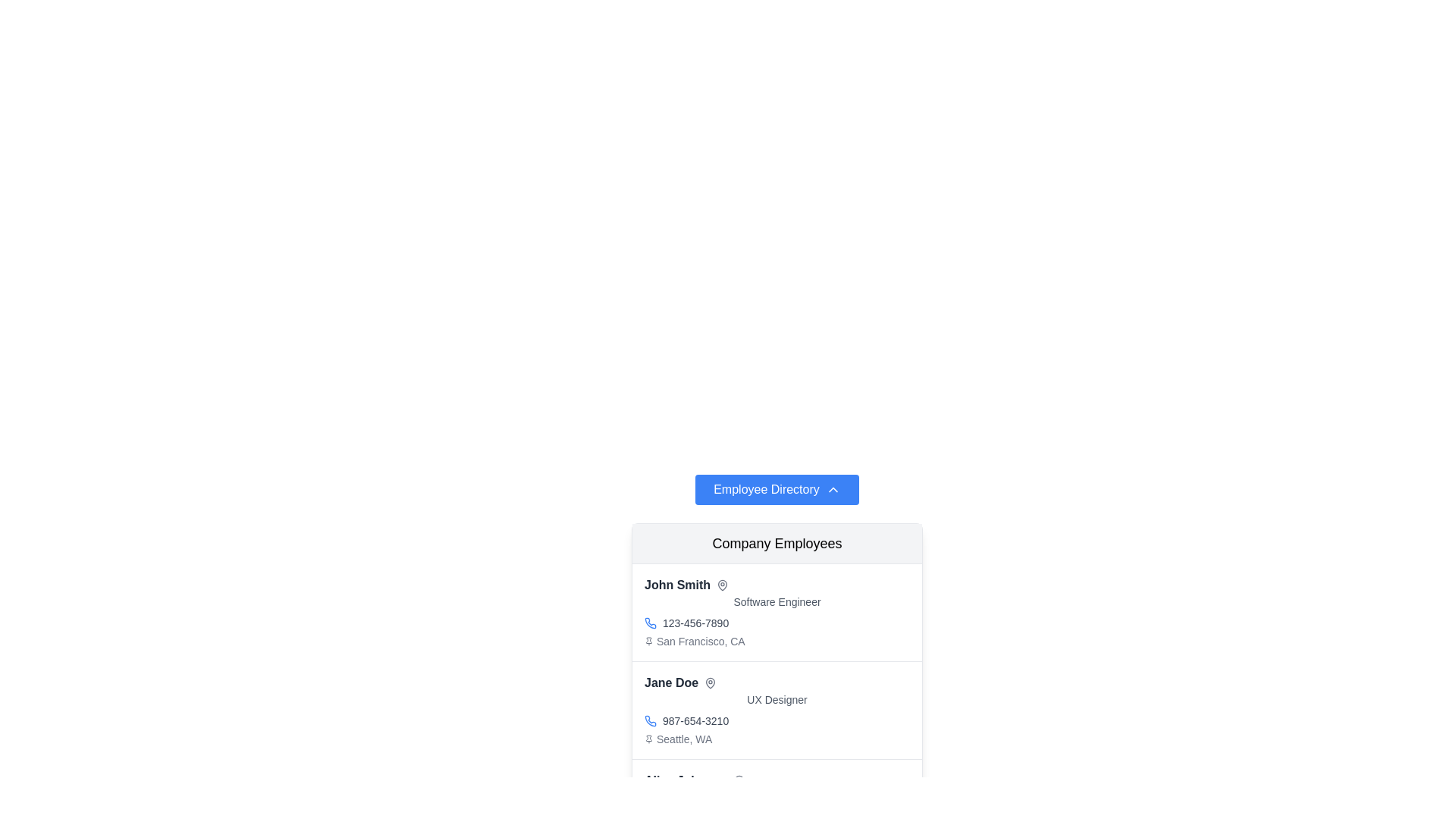  What do you see at coordinates (777, 699) in the screenshot?
I see `the 'UX Designer' text label located below the name 'Jane Doe' in the profile card` at bounding box center [777, 699].